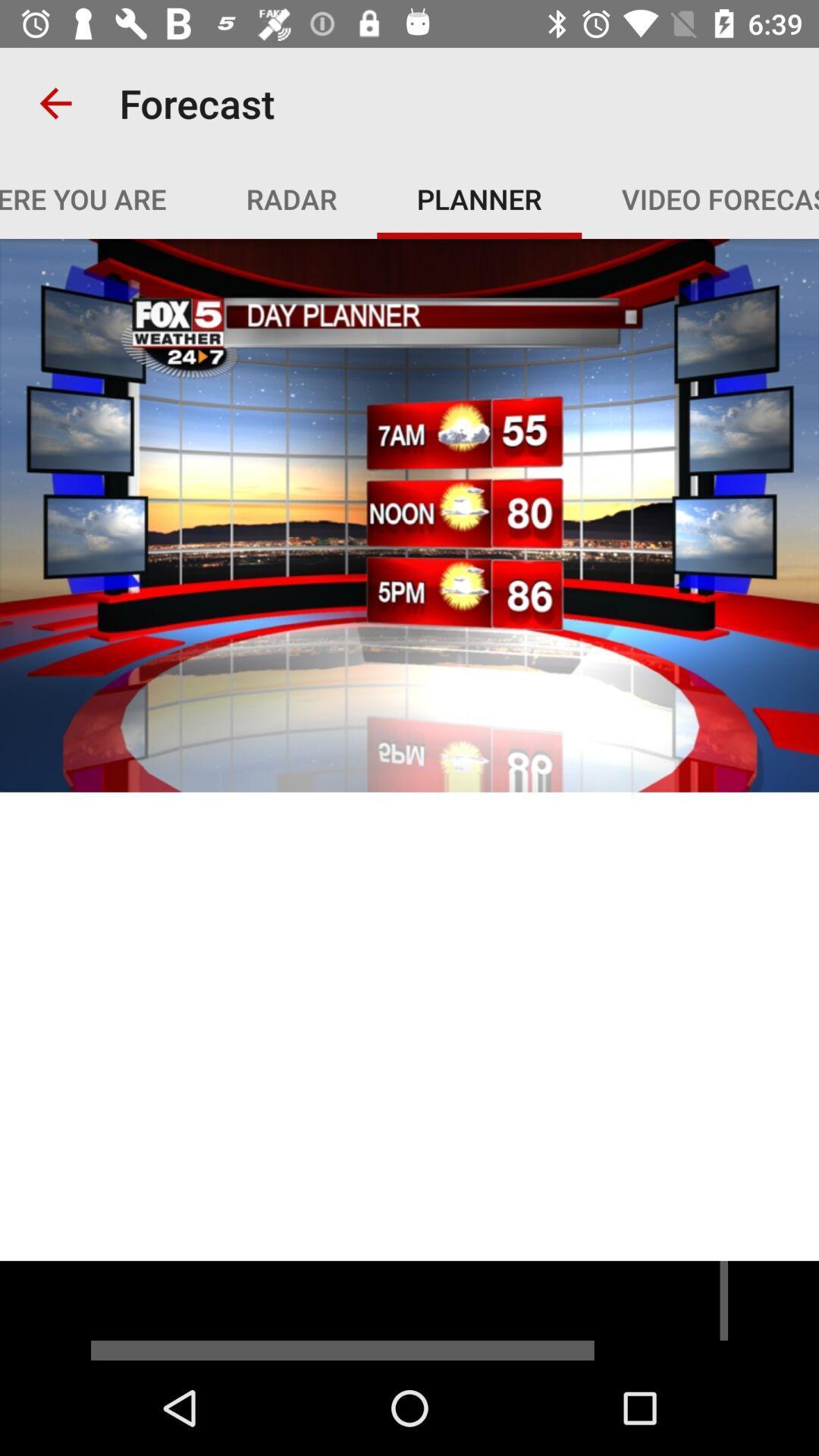  Describe the element at coordinates (409, 1310) in the screenshot. I see `open advertisement` at that location.